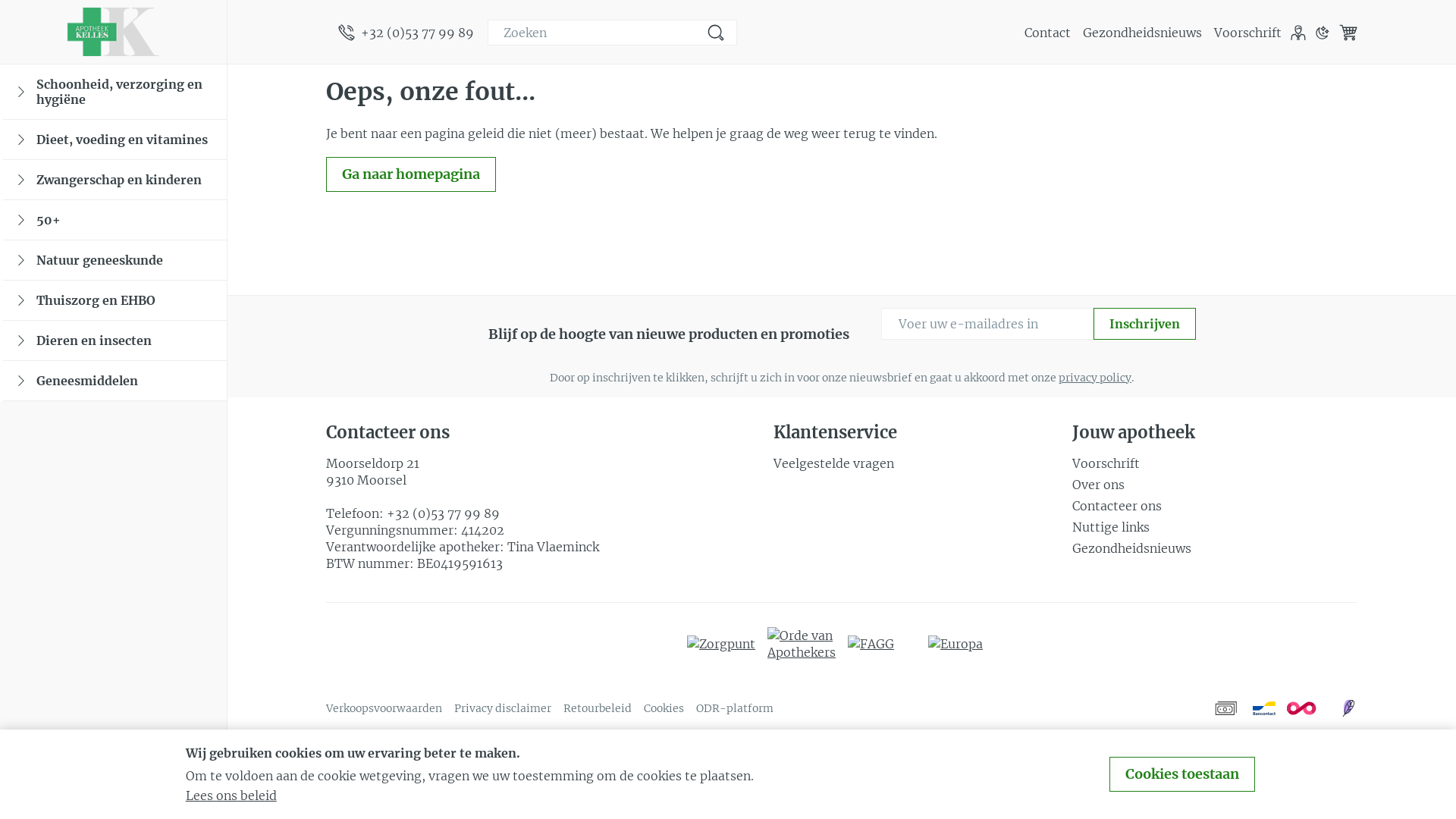  What do you see at coordinates (114, 140) in the screenshot?
I see `'Dieet, voeding en vitamines'` at bounding box center [114, 140].